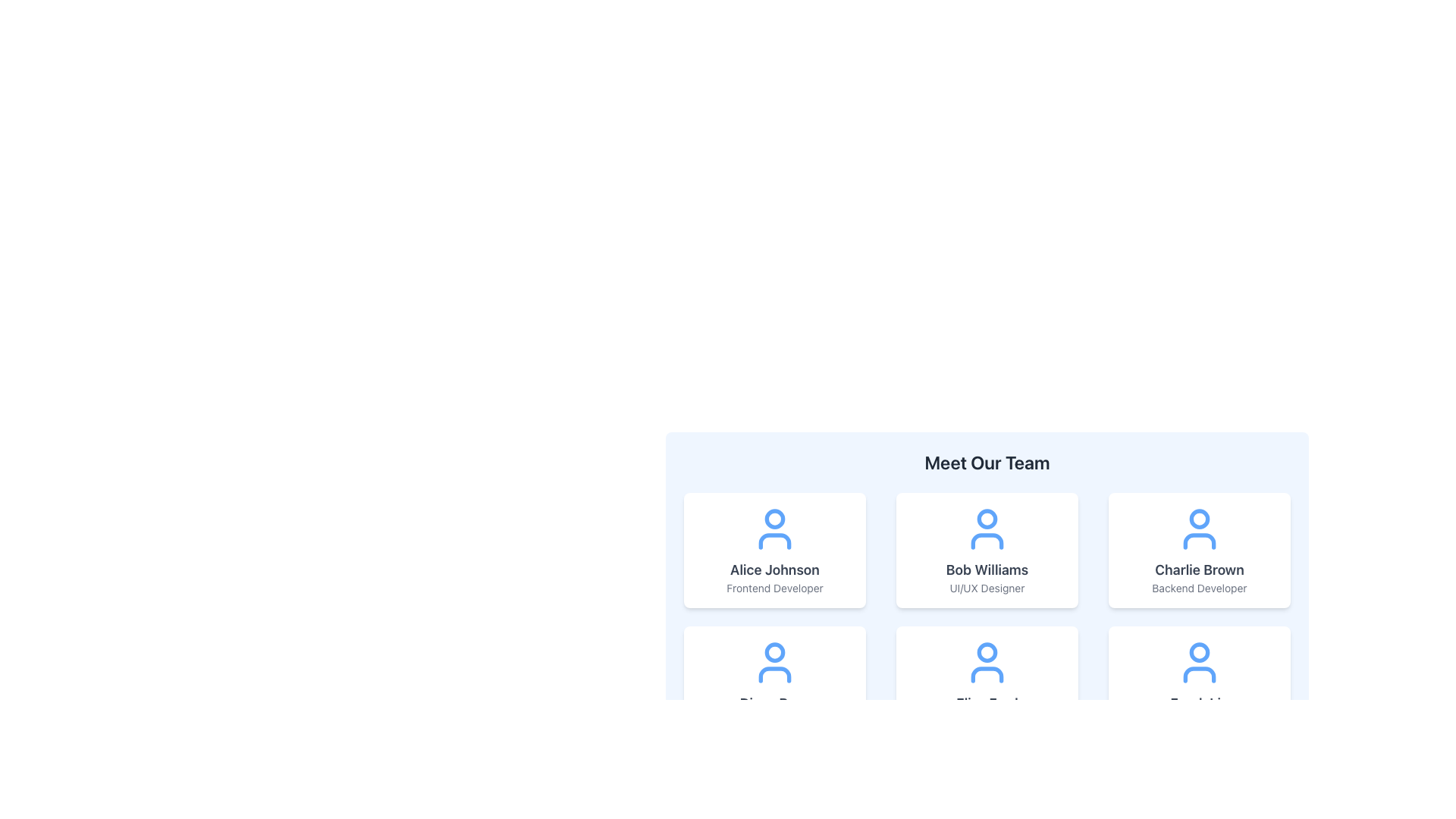  What do you see at coordinates (987, 595) in the screenshot?
I see `the interactive subsections of the team introduction section that is centrally located and showcases team members in a grid layout` at bounding box center [987, 595].